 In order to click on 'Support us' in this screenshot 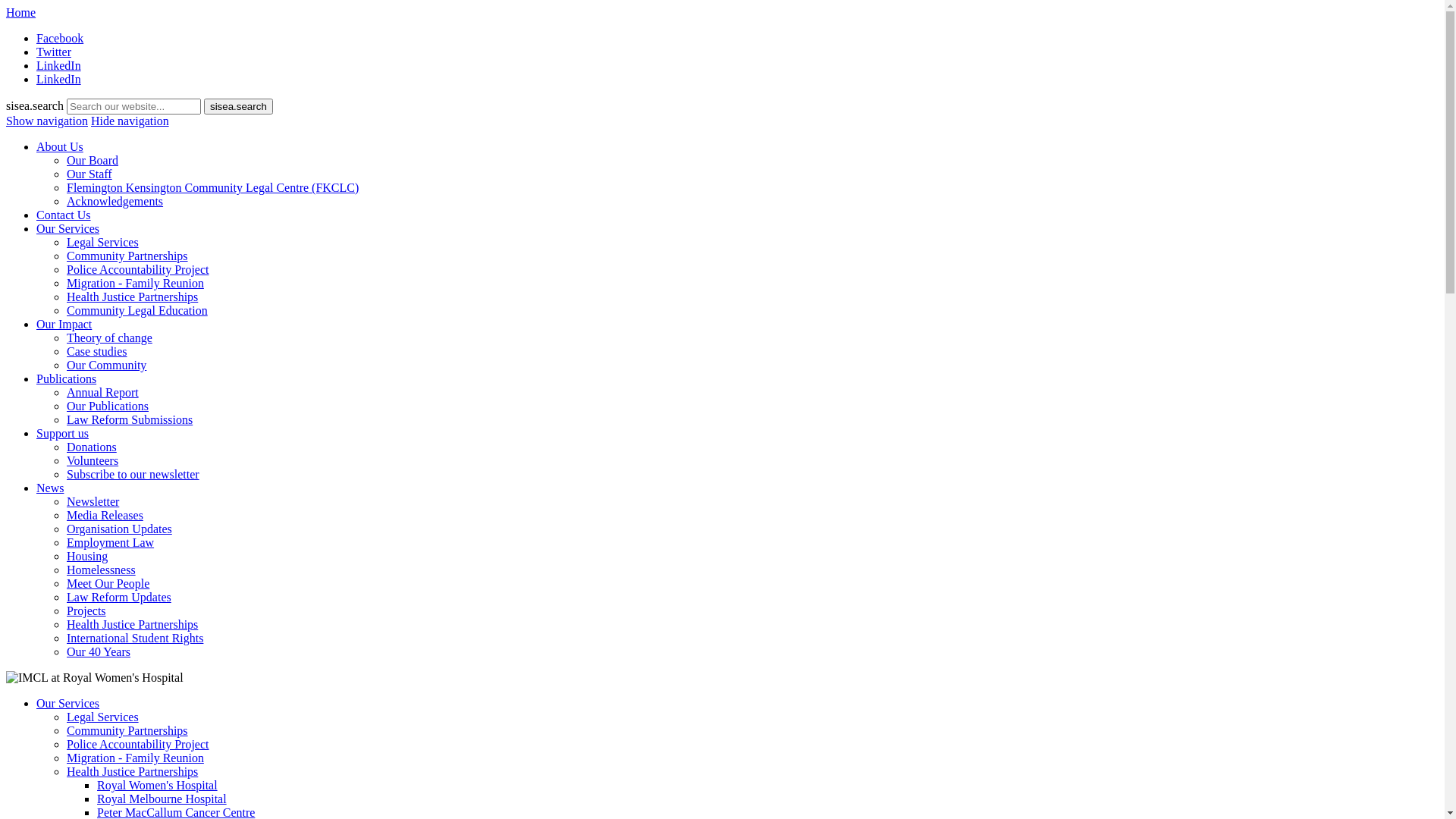, I will do `click(61, 433)`.